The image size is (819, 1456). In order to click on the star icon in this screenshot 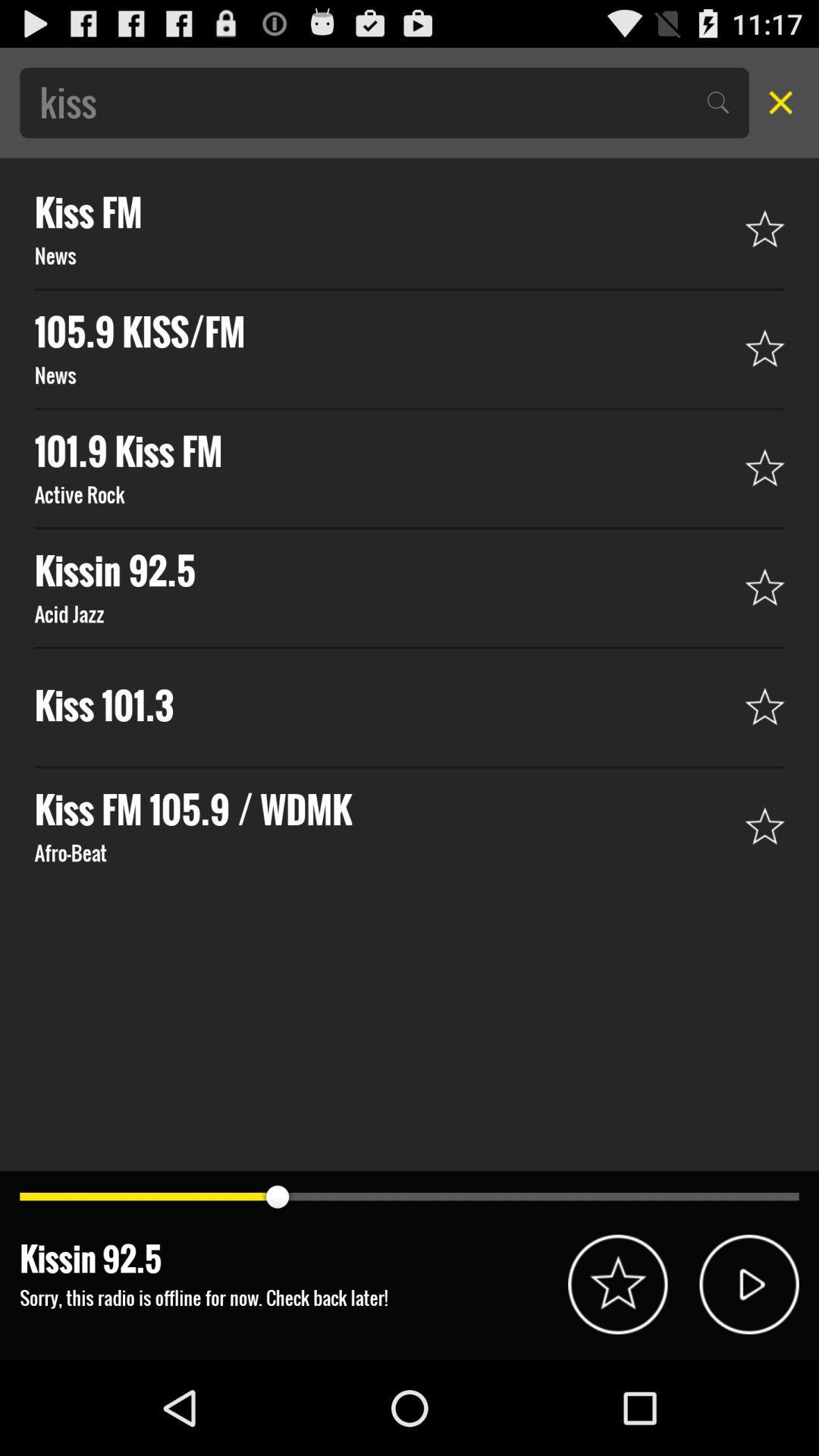, I will do `click(617, 1374)`.